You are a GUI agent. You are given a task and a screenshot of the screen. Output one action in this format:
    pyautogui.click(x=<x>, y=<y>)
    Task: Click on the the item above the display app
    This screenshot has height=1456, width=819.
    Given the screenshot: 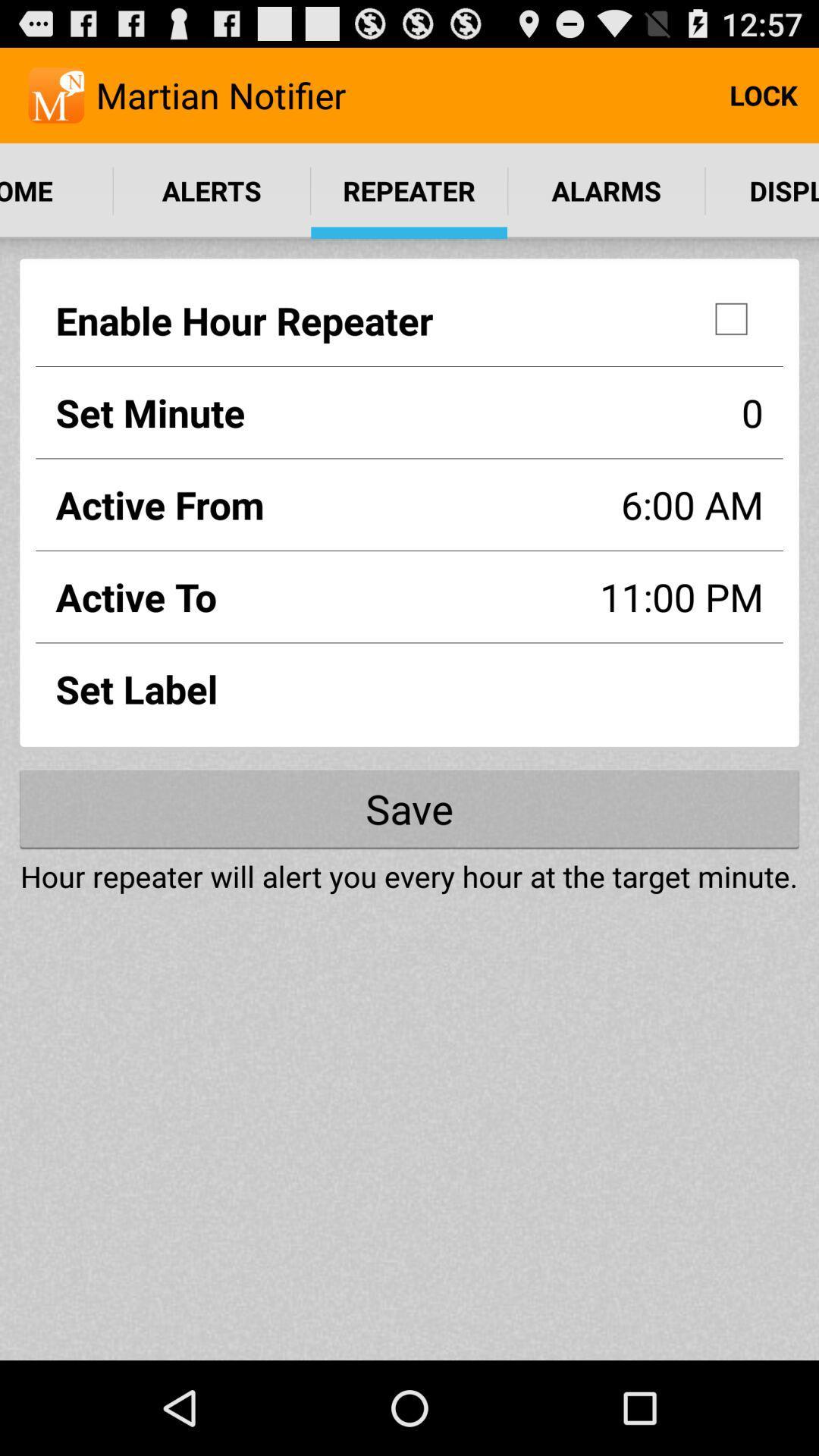 What is the action you would take?
    pyautogui.click(x=763, y=94)
    